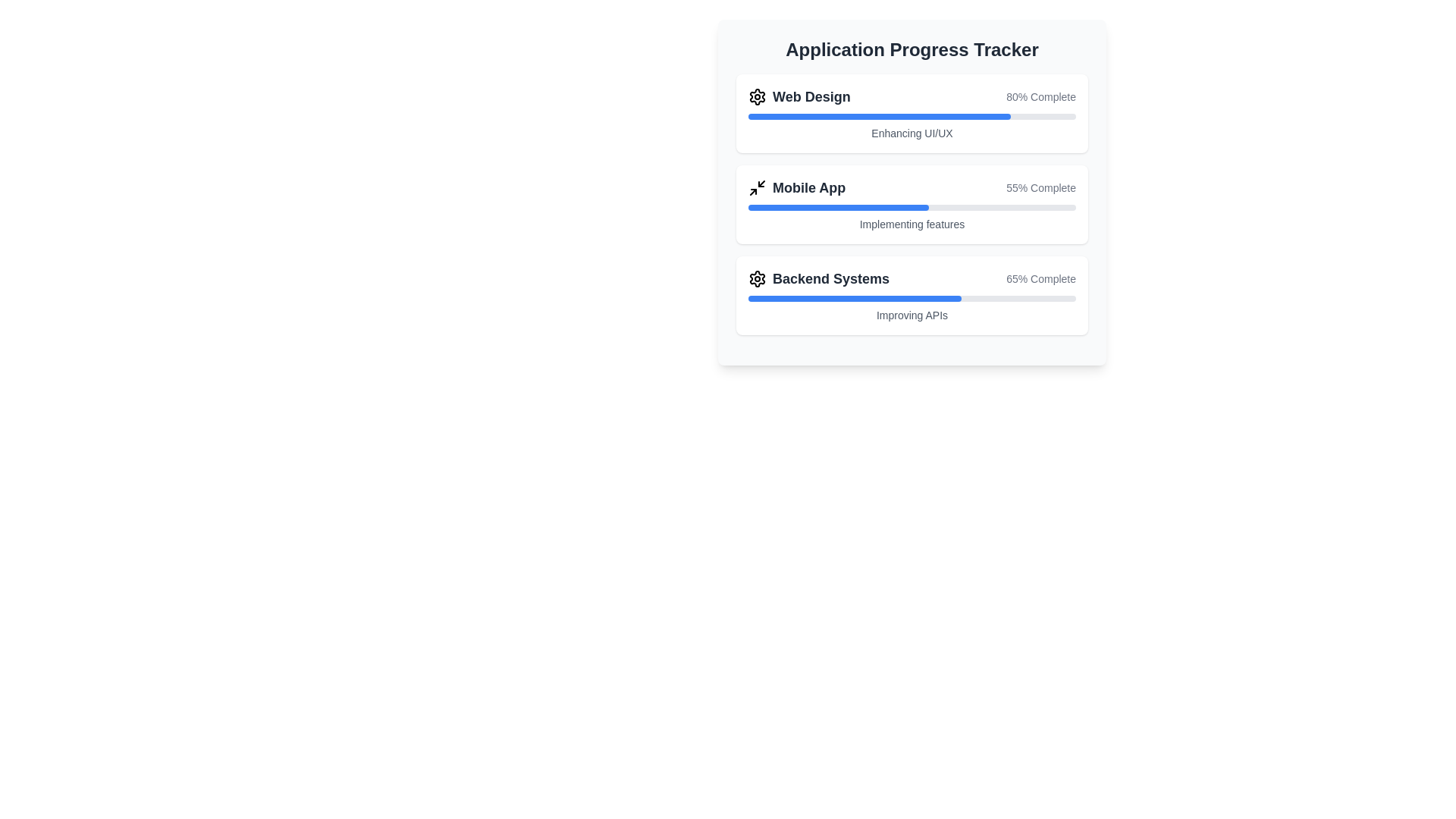 The width and height of the screenshot is (1456, 819). Describe the element at coordinates (757, 187) in the screenshot. I see `the icon to the left of the 'Mobile App' label in the second row of the component stack` at that location.